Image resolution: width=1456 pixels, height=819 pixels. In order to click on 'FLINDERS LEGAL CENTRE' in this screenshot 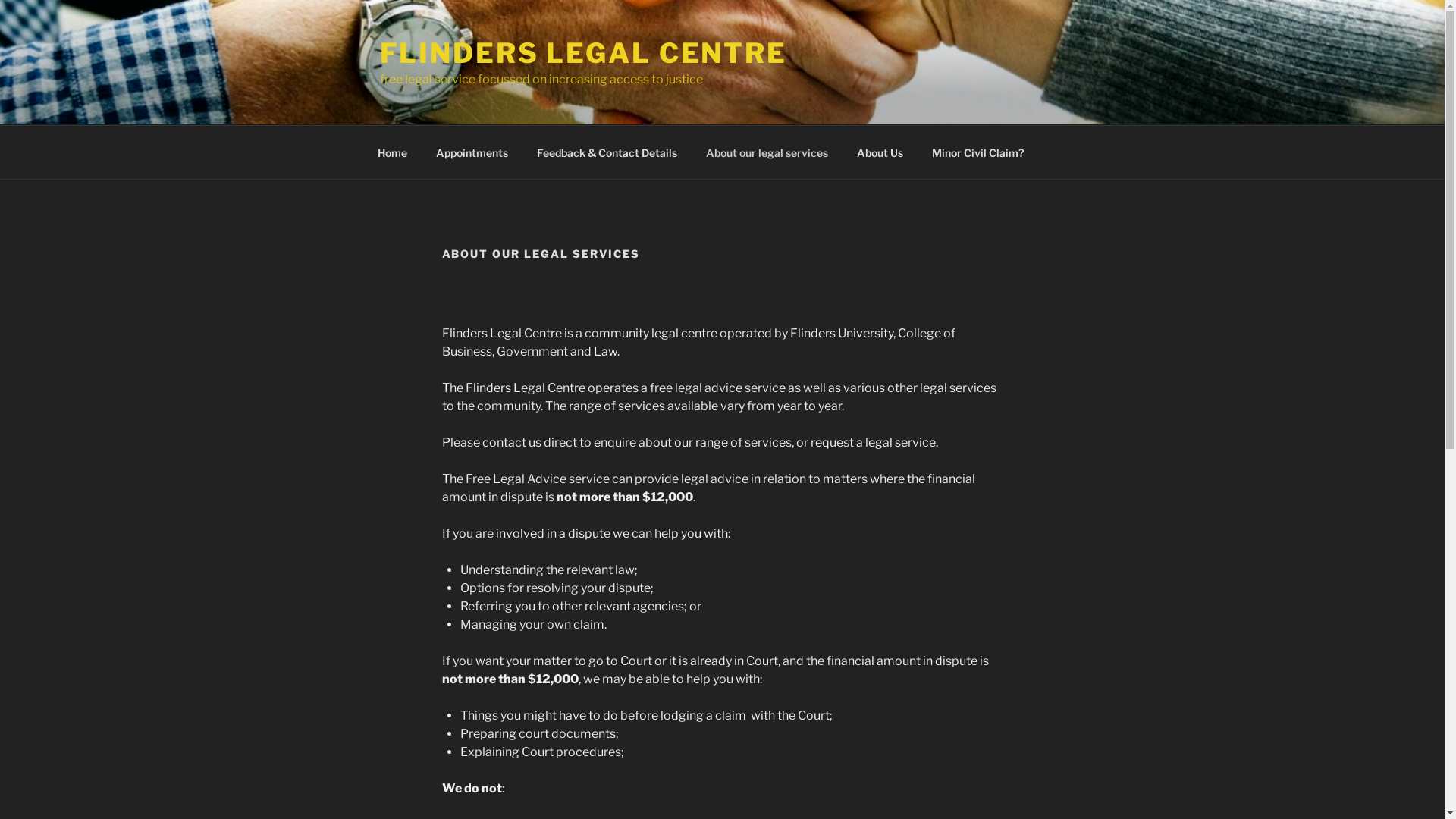, I will do `click(582, 52)`.